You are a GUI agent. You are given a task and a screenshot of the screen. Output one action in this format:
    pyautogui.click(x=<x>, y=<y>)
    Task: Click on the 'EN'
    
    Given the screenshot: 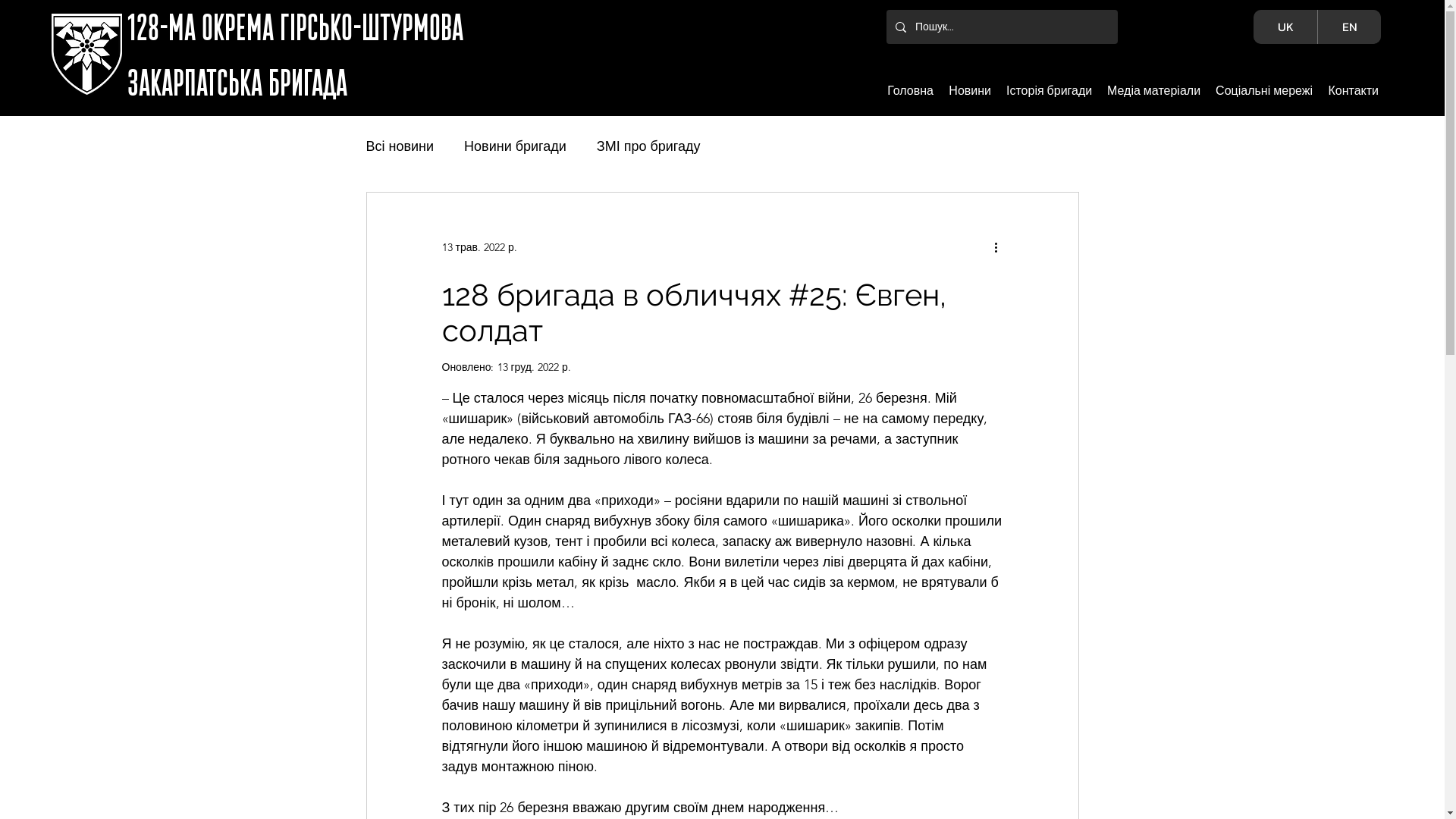 What is the action you would take?
    pyautogui.click(x=1349, y=27)
    